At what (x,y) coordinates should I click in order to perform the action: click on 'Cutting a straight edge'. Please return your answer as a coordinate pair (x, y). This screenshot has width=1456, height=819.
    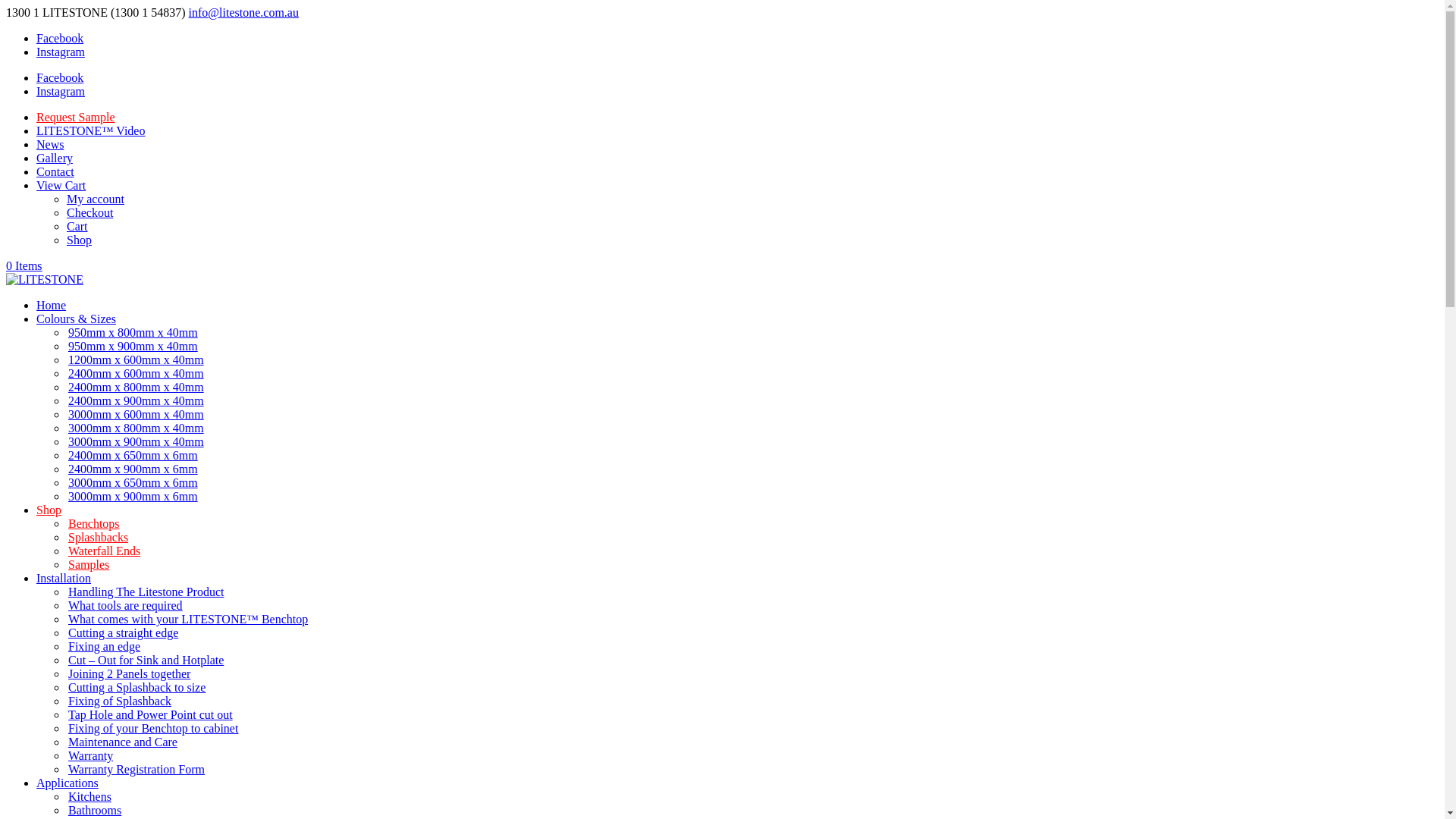
    Looking at the image, I should click on (123, 632).